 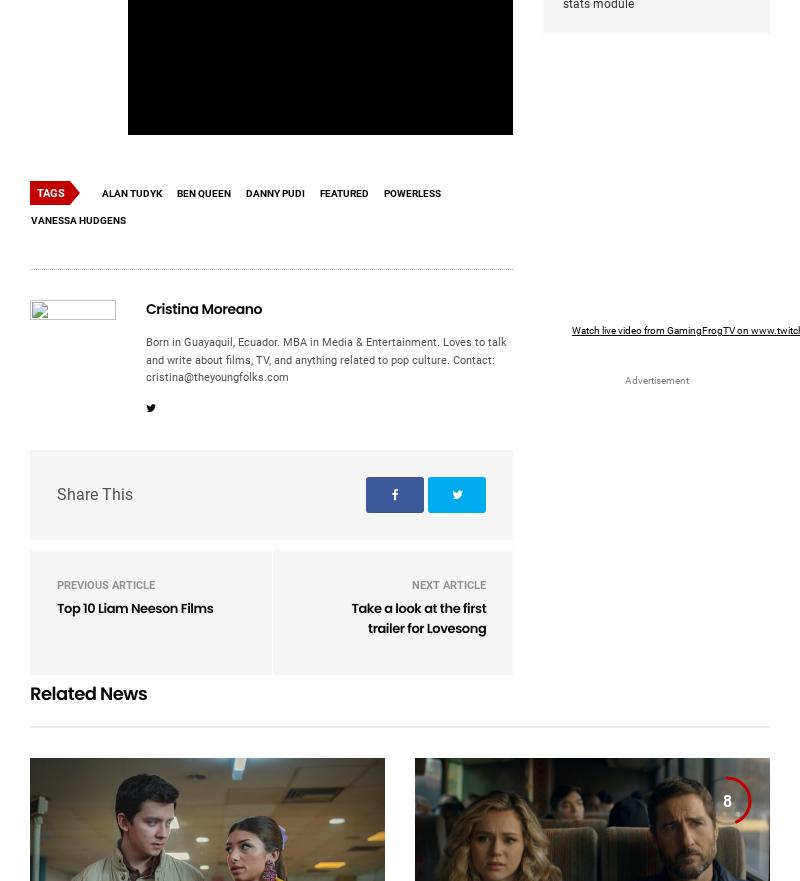 I want to click on 'Tags', so click(x=50, y=192).